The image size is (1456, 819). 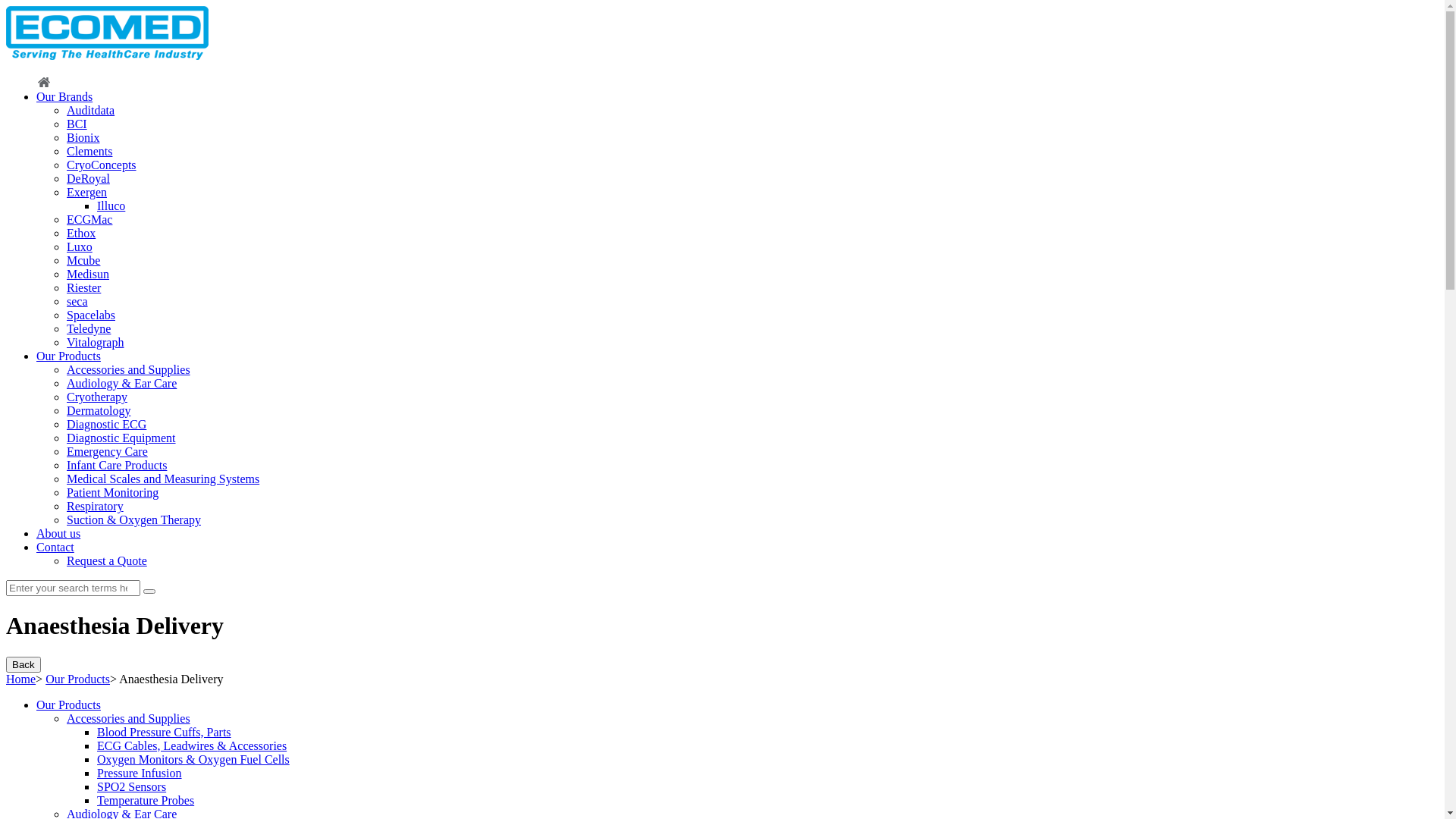 I want to click on 'Exergen', so click(x=86, y=191).